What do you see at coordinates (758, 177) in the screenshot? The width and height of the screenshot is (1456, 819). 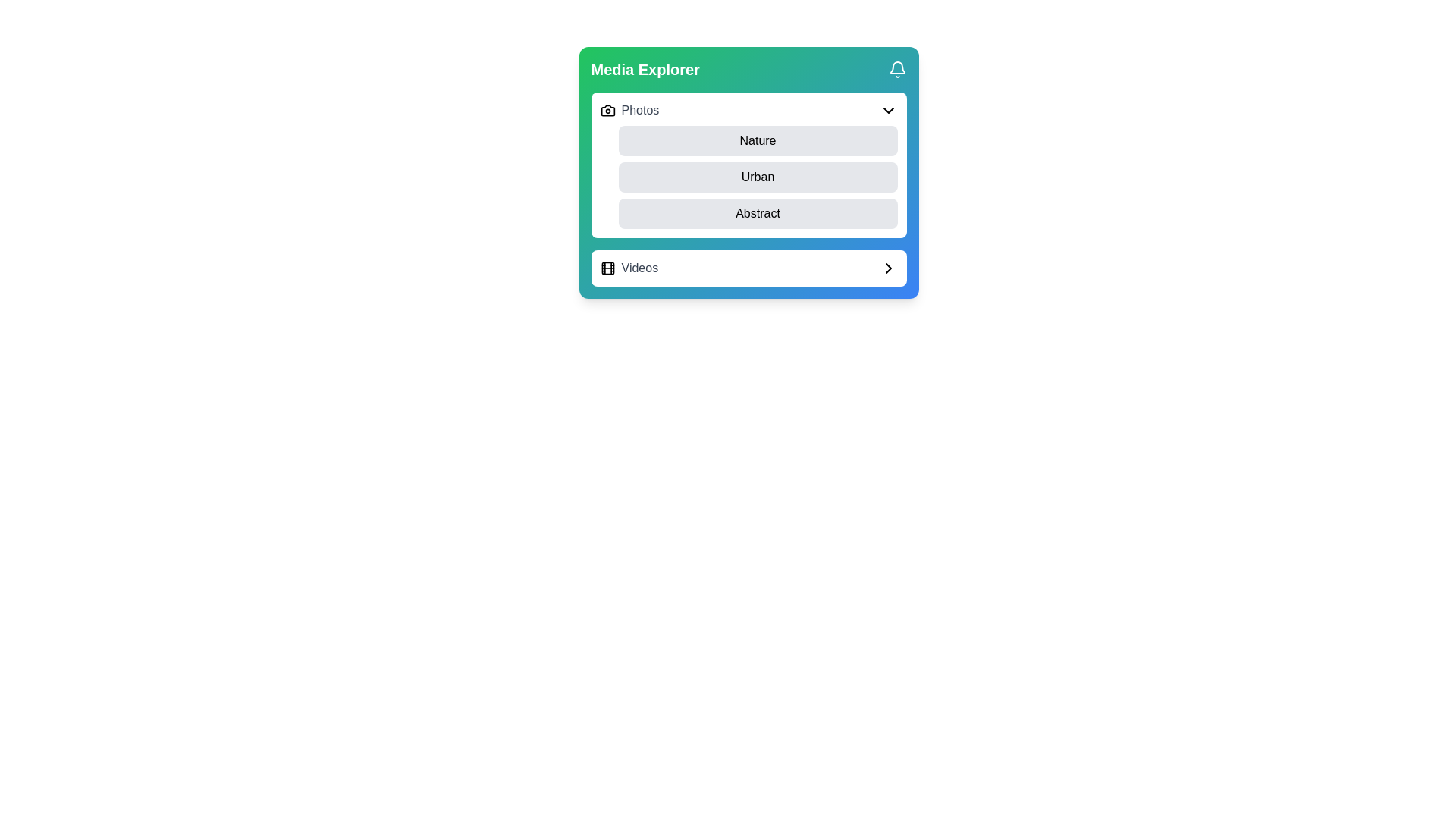 I see `the 'Urban' button, which is the second item in a vertical group of three buttons labeled 'Nature', 'Urban', and 'Abstract'` at bounding box center [758, 177].